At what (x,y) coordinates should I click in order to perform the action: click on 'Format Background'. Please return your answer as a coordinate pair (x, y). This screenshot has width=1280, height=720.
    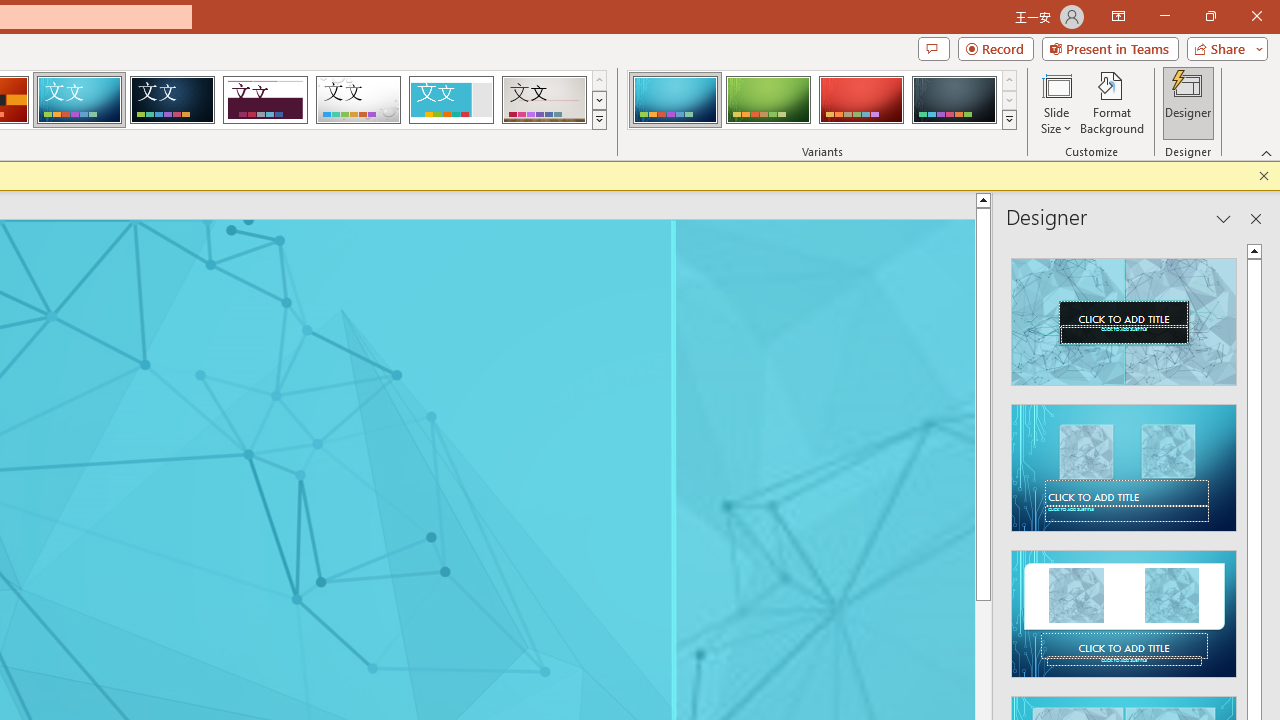
    Looking at the image, I should click on (1111, 103).